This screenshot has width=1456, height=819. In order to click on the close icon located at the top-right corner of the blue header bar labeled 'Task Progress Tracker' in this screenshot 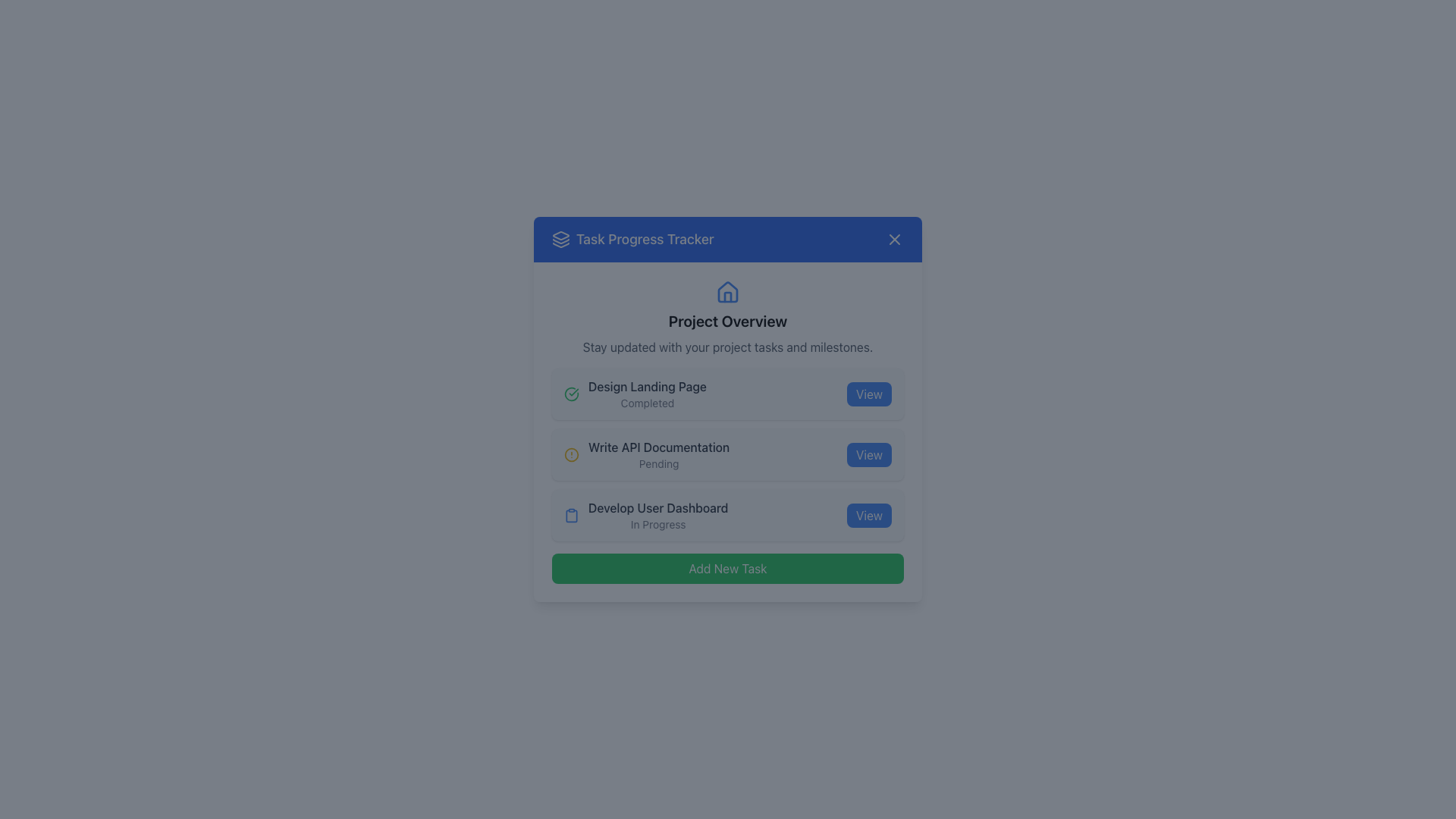, I will do `click(895, 239)`.